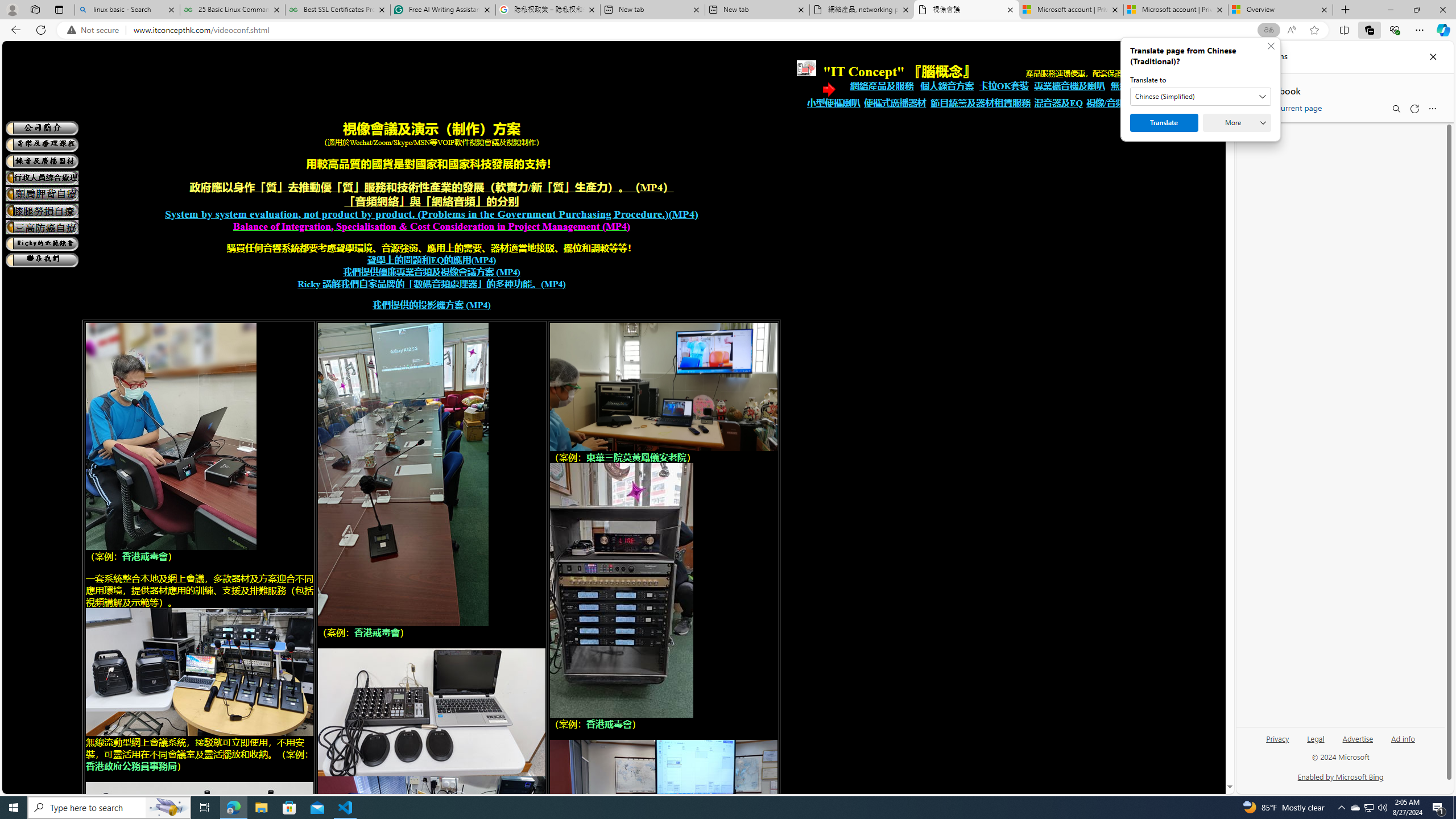 The width and height of the screenshot is (1456, 819). I want to click on 'Best SSL Certificates Provider in India - GeeksforGeeks', so click(337, 9).